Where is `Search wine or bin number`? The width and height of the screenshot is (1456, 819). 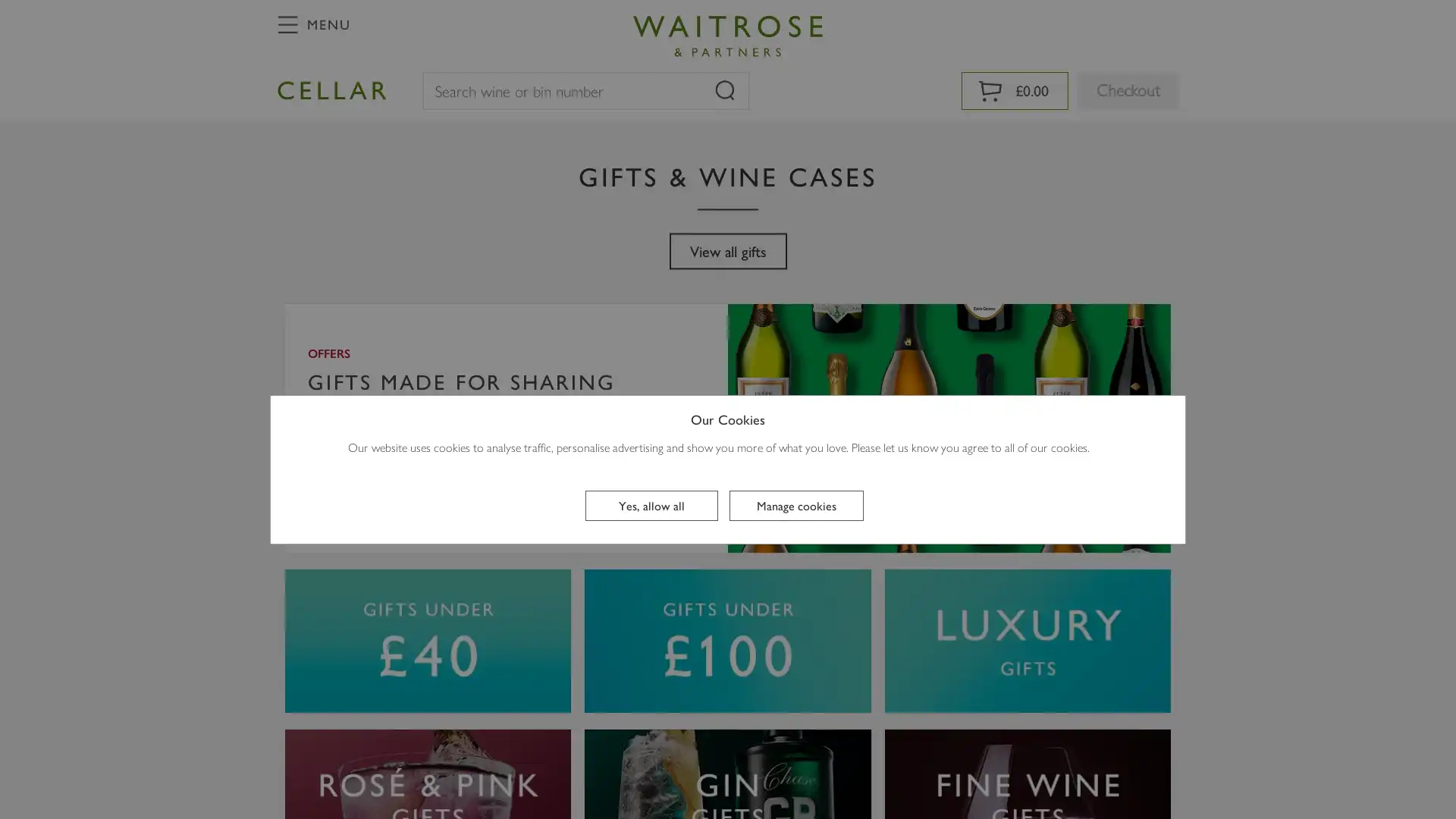 Search wine or bin number is located at coordinates (723, 90).